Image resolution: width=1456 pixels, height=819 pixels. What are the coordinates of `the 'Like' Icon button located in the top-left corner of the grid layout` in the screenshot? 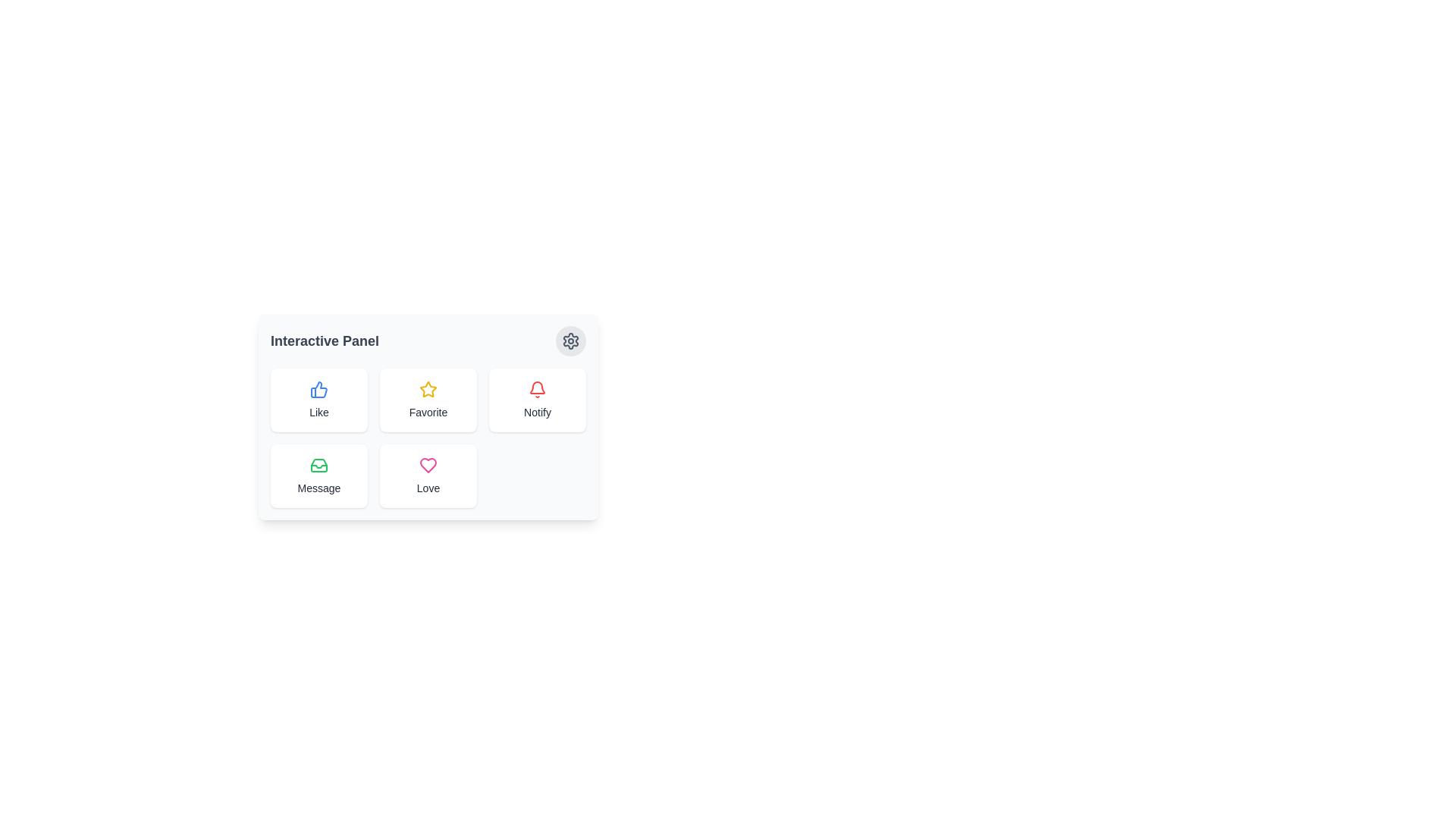 It's located at (318, 388).